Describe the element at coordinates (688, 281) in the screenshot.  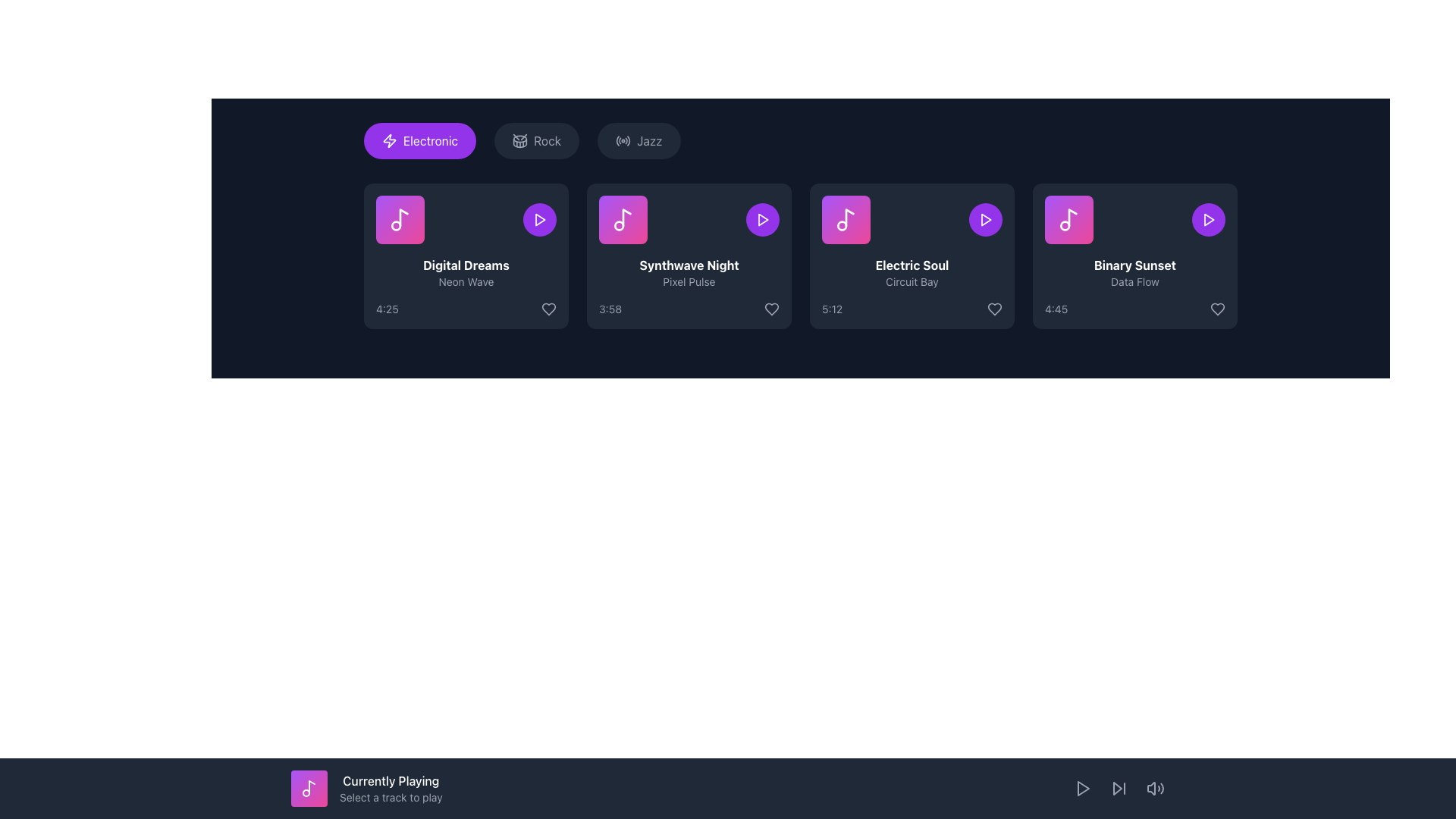
I see `the text label displaying the artist's name below the title 'Synthwave Night' and above the duration '3:58' in the music track card` at that location.